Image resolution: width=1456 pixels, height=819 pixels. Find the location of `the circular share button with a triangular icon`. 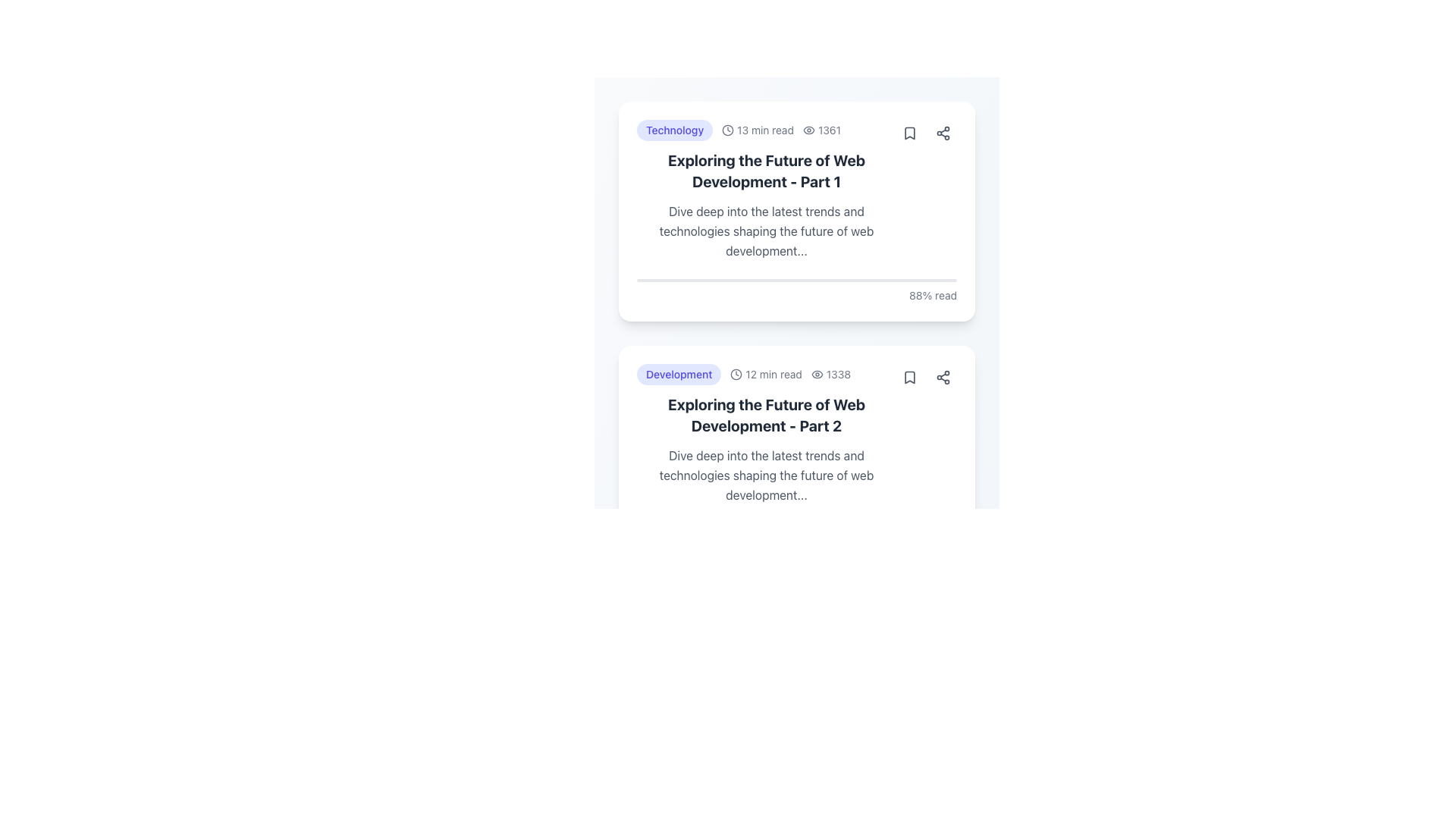

the circular share button with a triangular icon is located at coordinates (942, 376).